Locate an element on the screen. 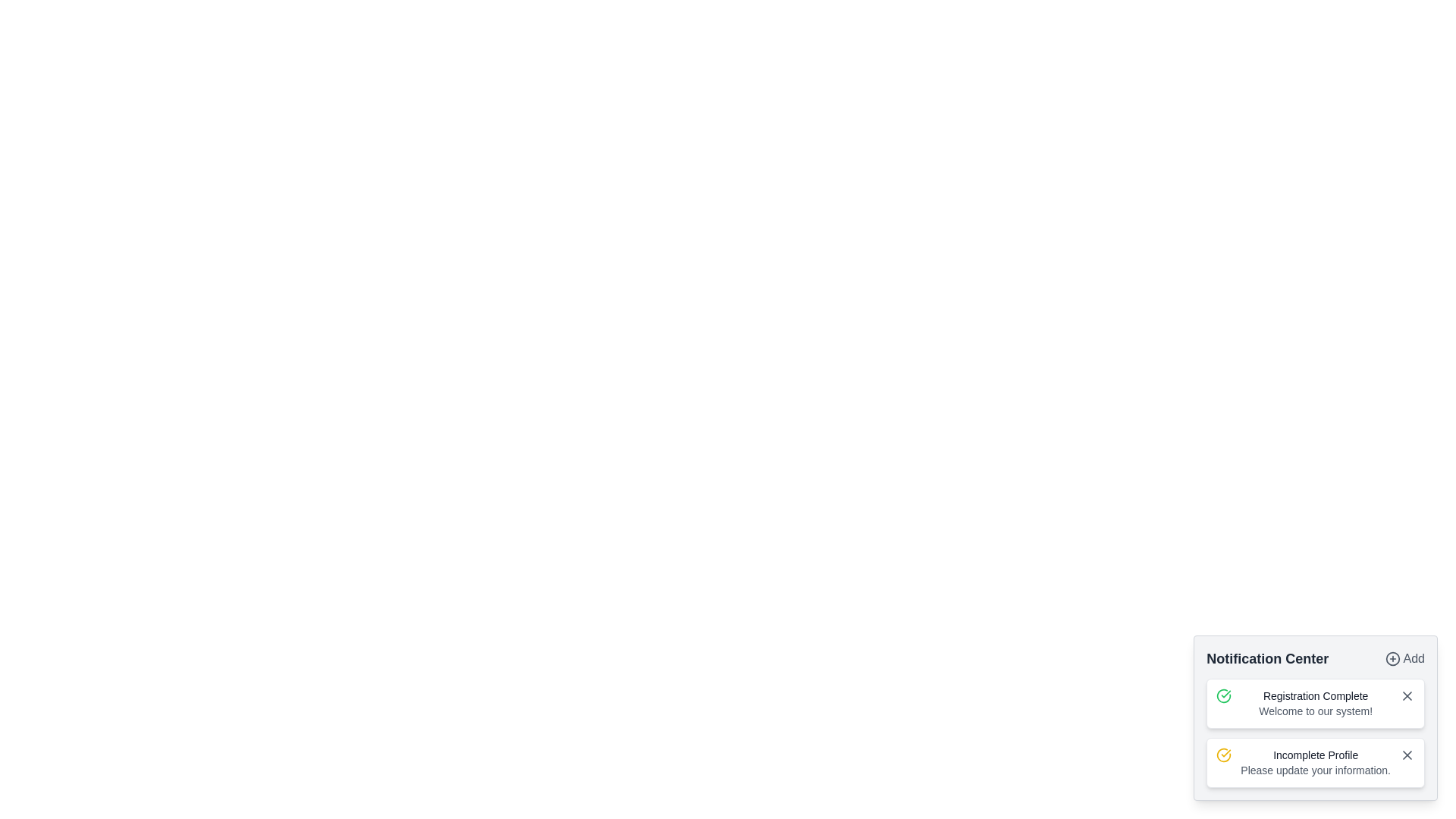  the green outlined circular check icon located on the left side of the 'Registration Complete' notification box is located at coordinates (1224, 696).